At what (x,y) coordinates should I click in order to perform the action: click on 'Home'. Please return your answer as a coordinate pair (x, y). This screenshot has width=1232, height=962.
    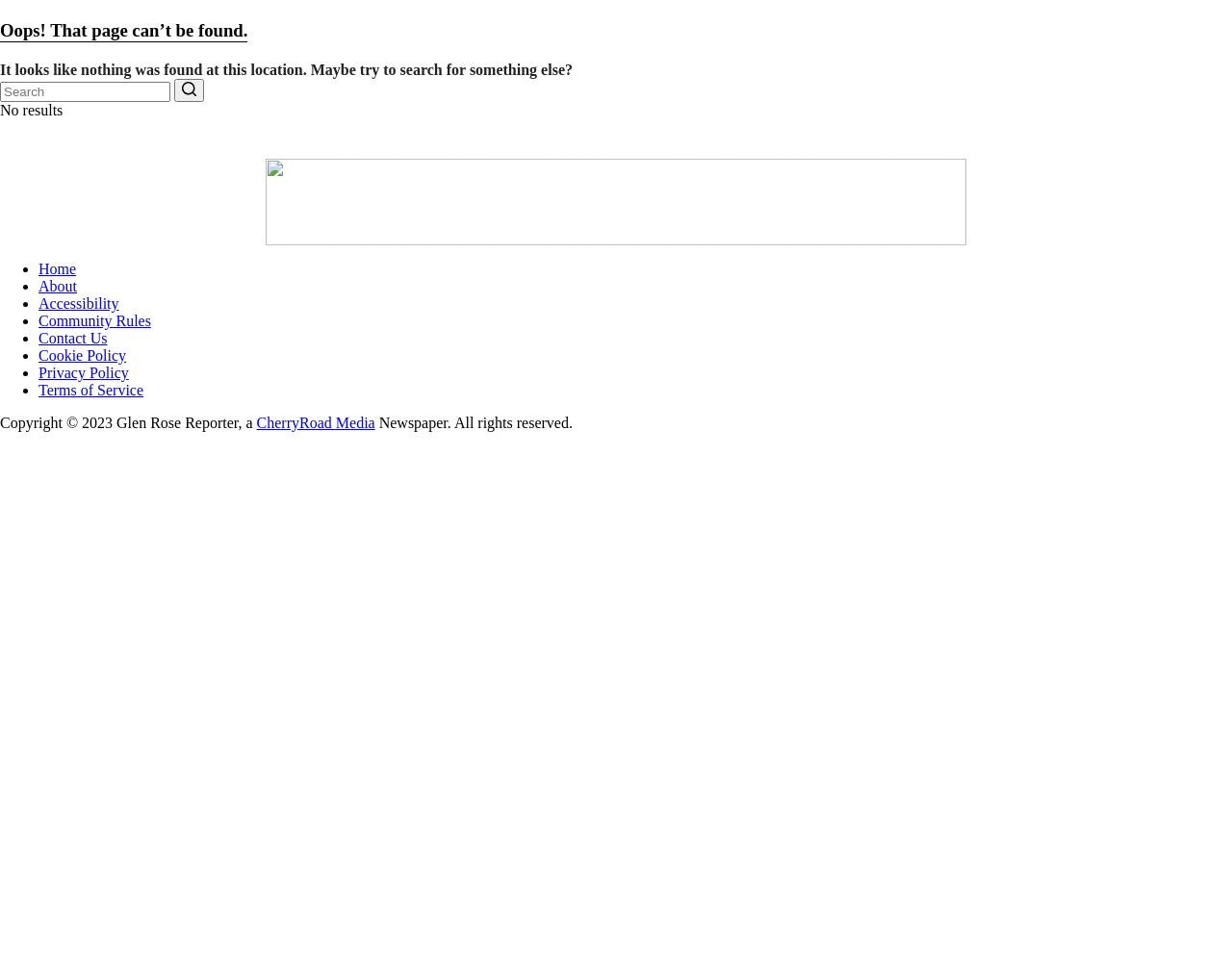
    Looking at the image, I should click on (57, 267).